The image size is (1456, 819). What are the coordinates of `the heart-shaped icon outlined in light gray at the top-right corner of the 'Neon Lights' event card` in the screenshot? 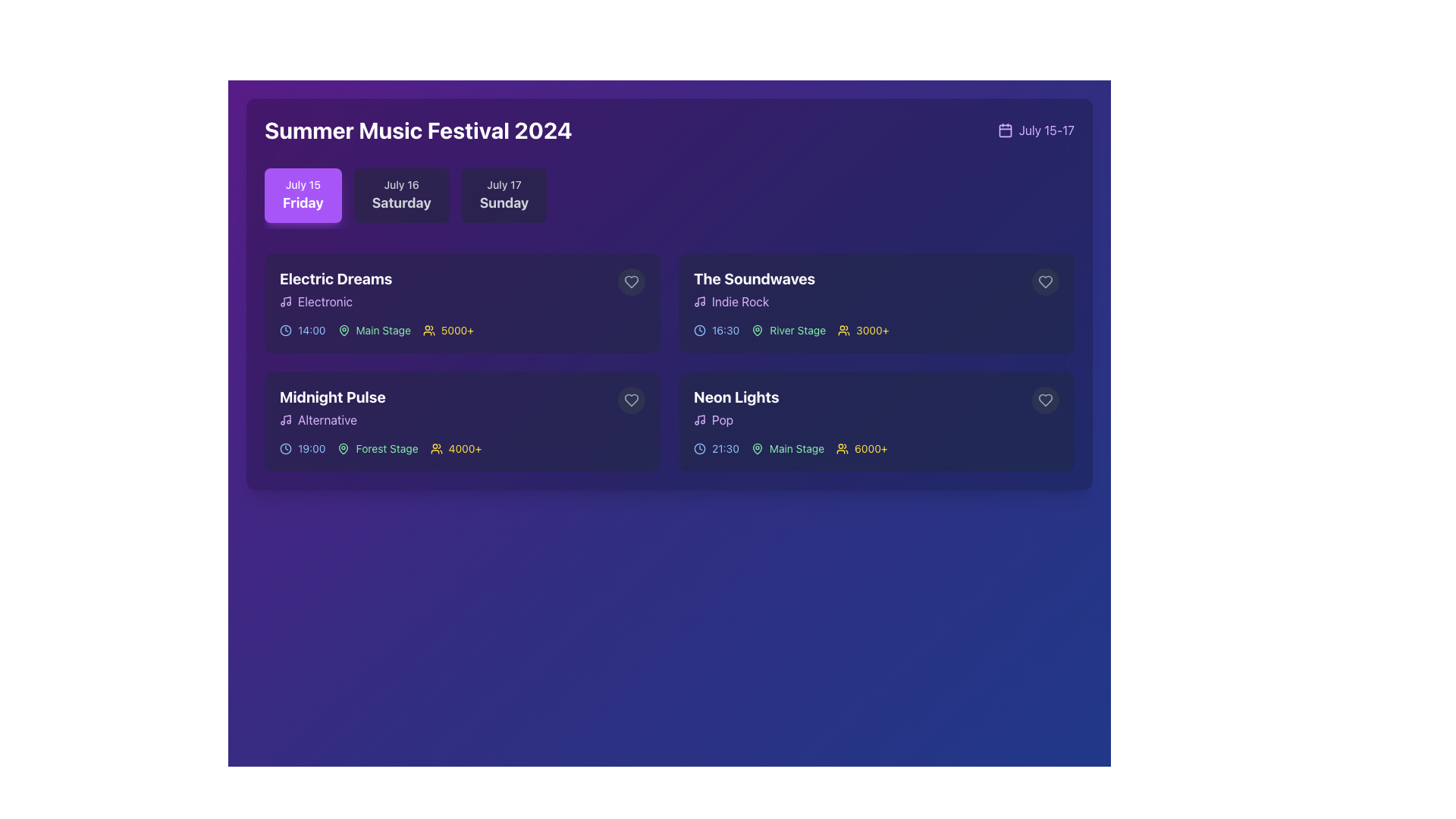 It's located at (1044, 400).